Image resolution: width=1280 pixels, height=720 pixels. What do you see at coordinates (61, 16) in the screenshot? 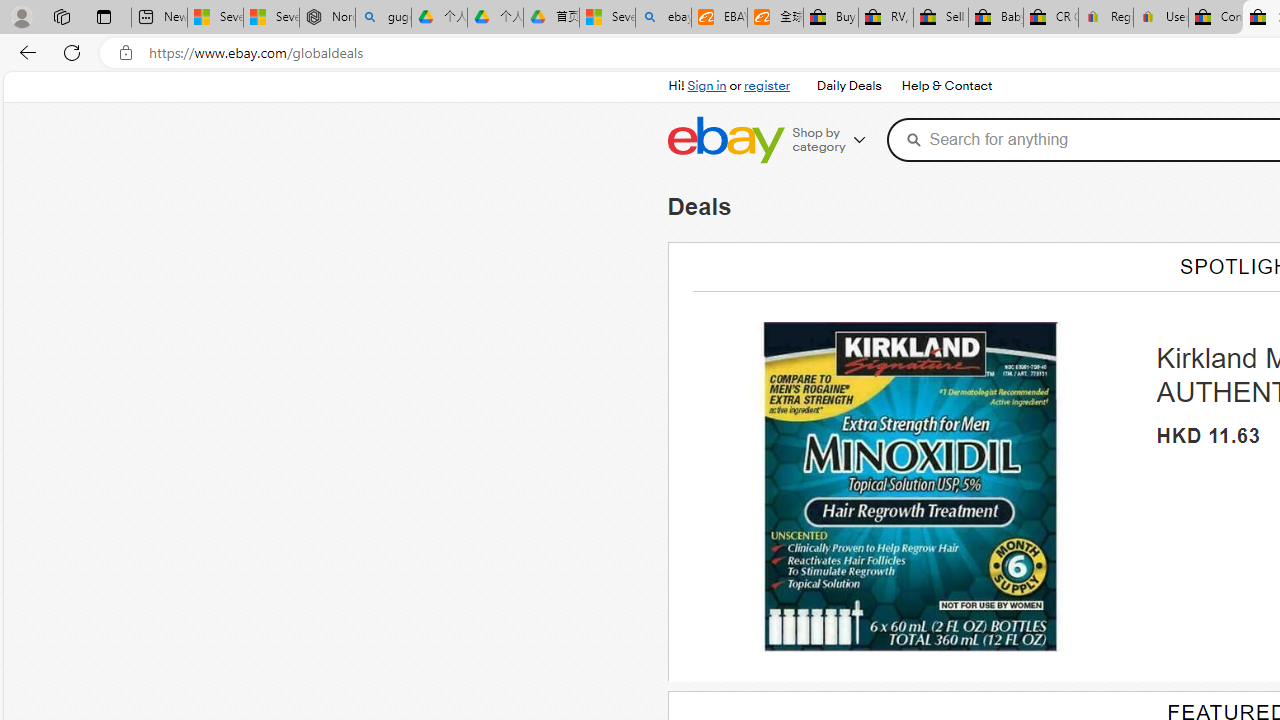
I see `'Workspaces'` at bounding box center [61, 16].